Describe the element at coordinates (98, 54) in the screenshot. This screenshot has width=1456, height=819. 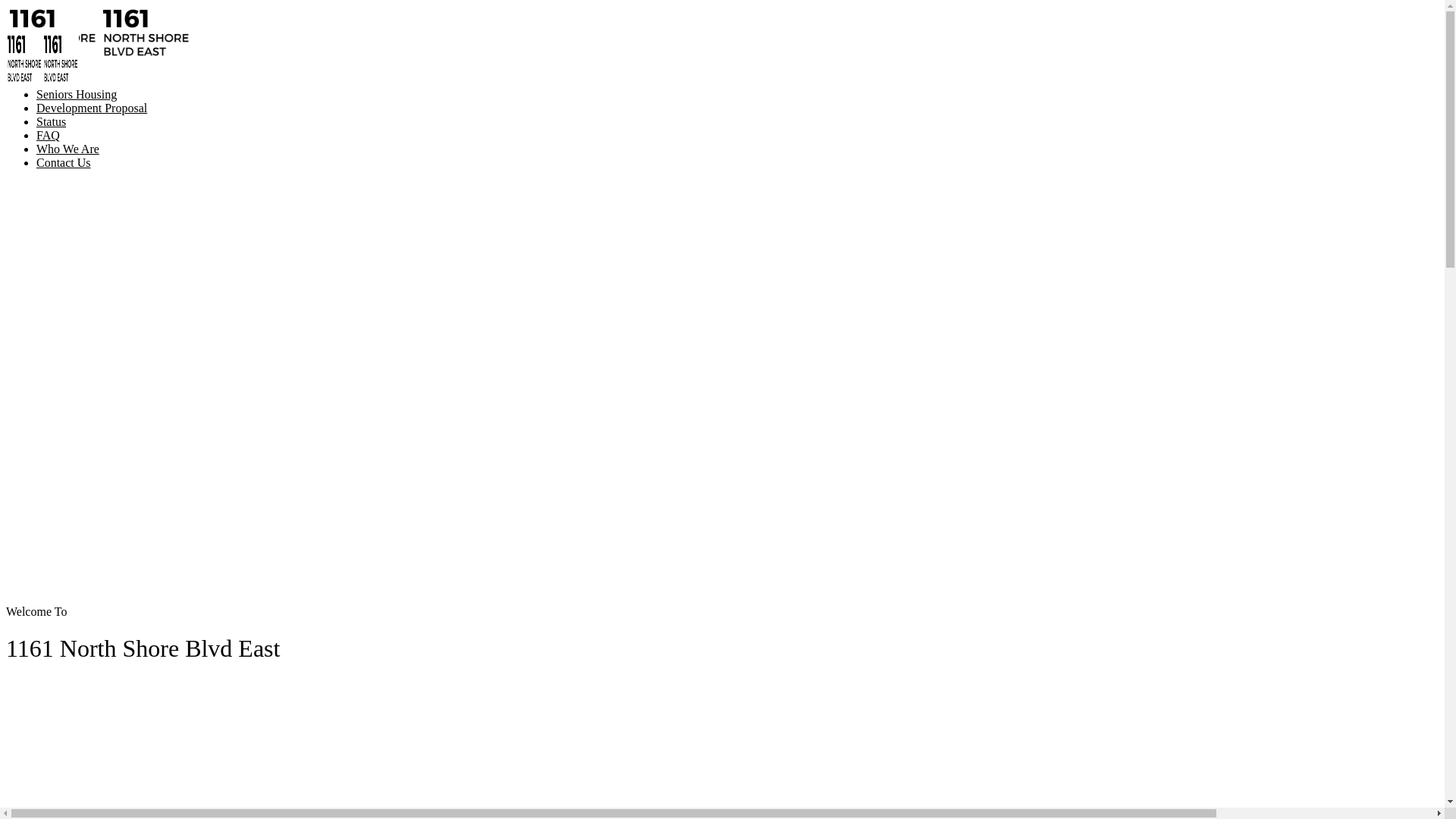
I see `'1161 North Shore Blvd East | Burlington, Ontario'` at that location.